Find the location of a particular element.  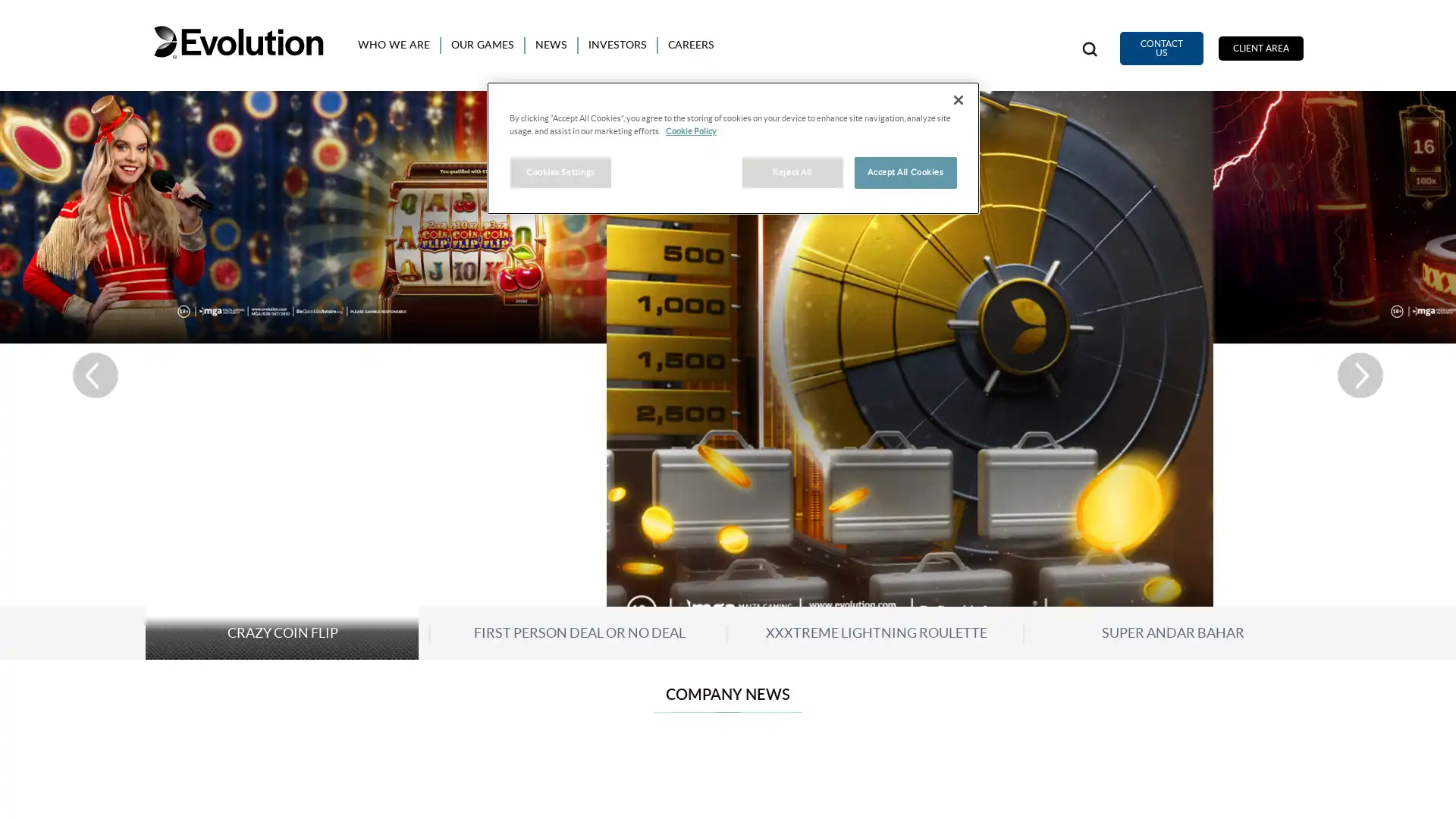

Close is located at coordinates (957, 99).